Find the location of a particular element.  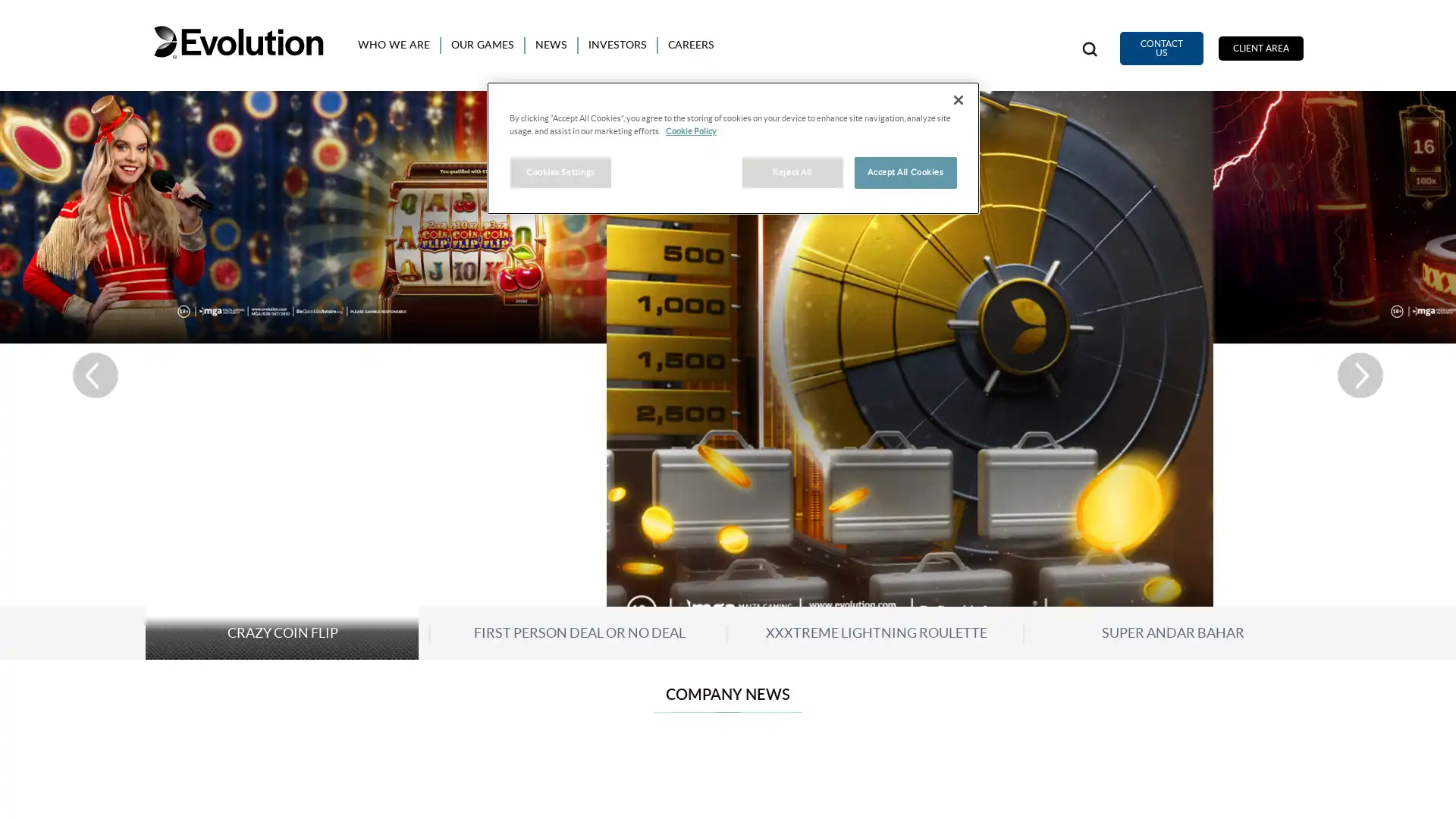

Close is located at coordinates (957, 99).